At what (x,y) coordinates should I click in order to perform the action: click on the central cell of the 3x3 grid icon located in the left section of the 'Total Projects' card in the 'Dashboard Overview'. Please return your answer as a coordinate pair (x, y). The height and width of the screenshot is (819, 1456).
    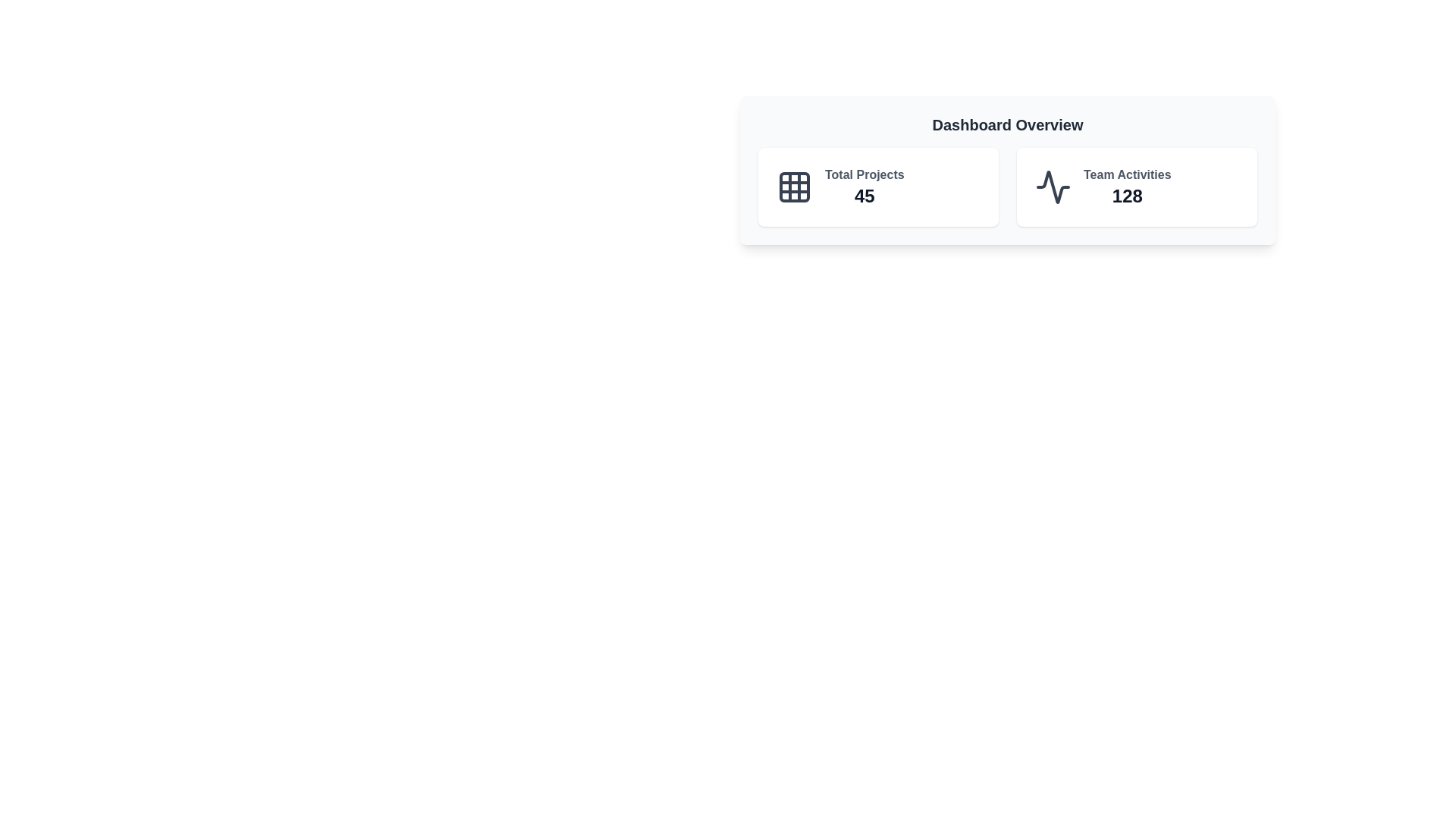
    Looking at the image, I should click on (793, 186).